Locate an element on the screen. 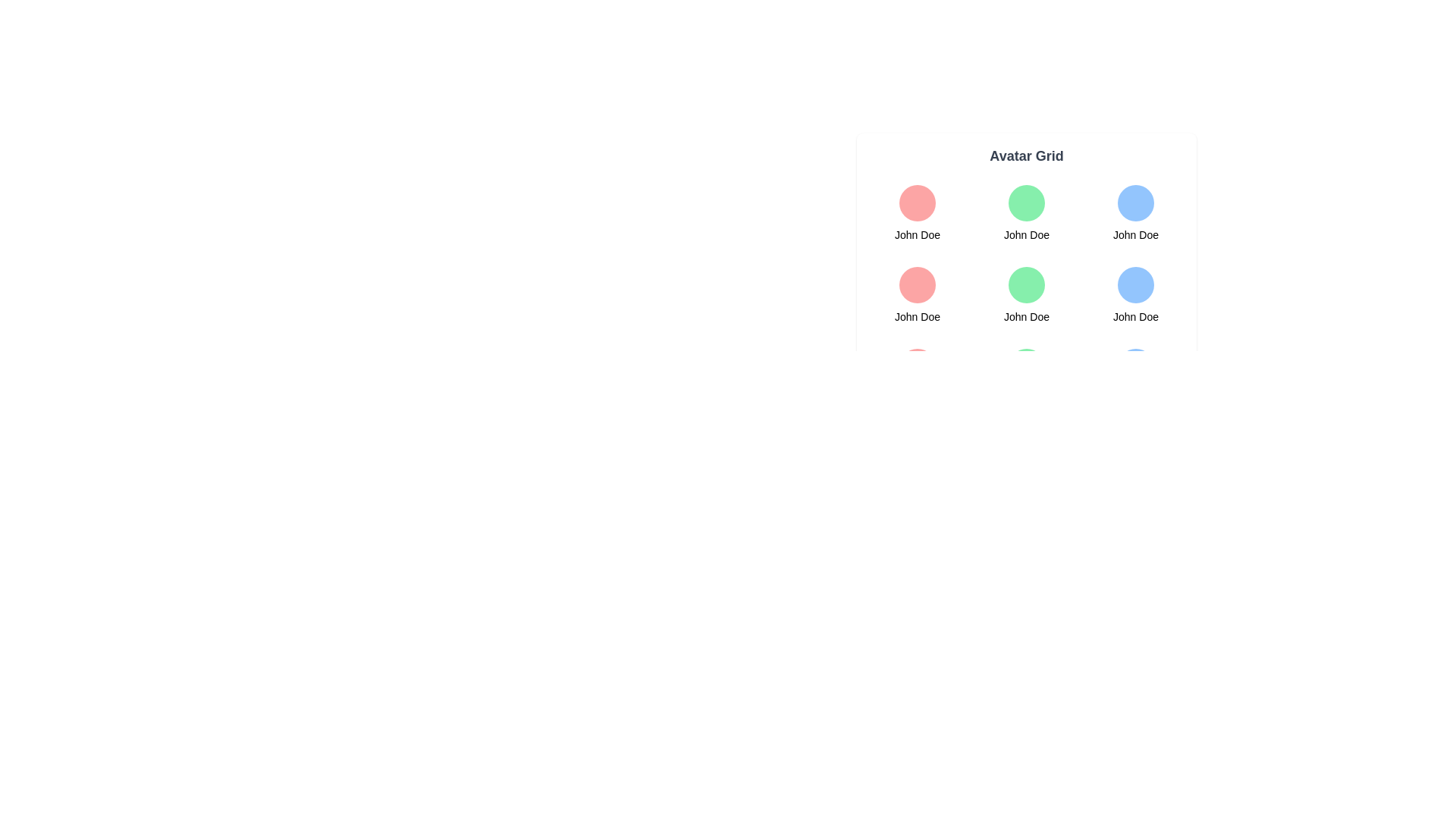 This screenshot has height=819, width=1456. the Avatar Card representing 'John Doe', which is the first avatar card in a 3-column grid layout is located at coordinates (916, 213).